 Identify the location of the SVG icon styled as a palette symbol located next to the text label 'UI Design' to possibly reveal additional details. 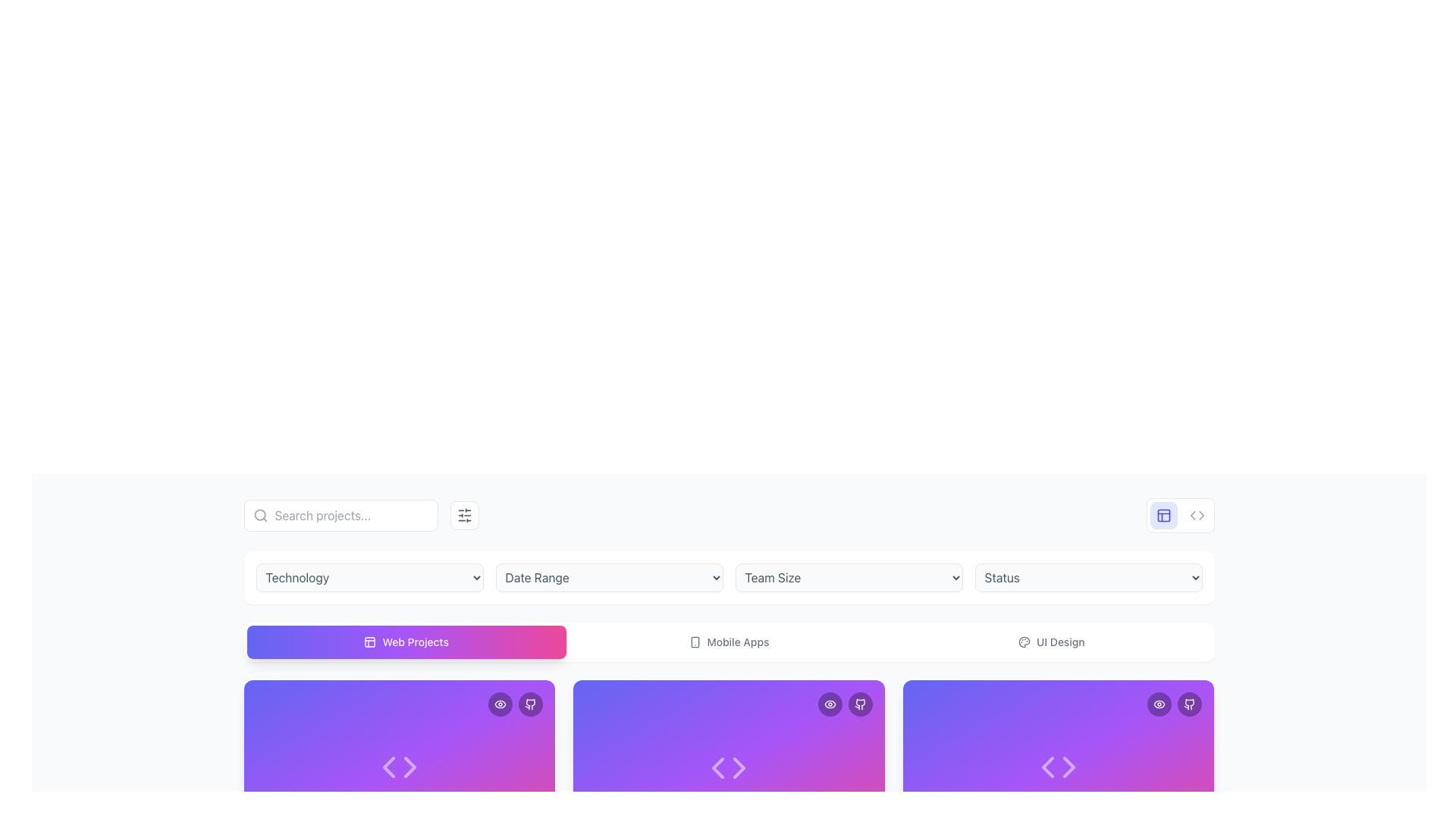
(1025, 642).